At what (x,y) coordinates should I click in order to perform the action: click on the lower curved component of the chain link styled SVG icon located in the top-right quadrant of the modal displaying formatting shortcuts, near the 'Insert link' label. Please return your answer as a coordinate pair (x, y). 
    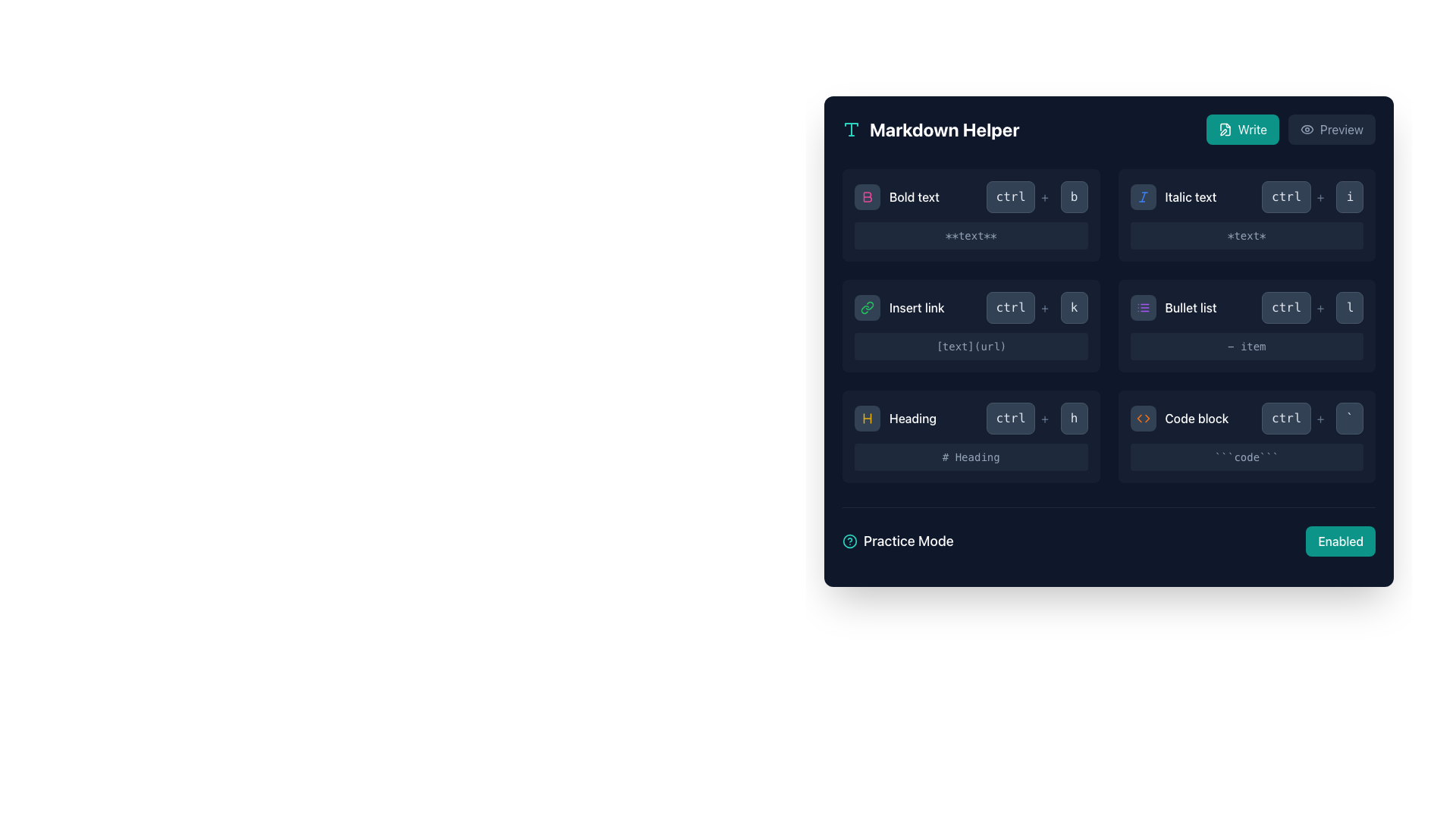
    Looking at the image, I should click on (865, 309).